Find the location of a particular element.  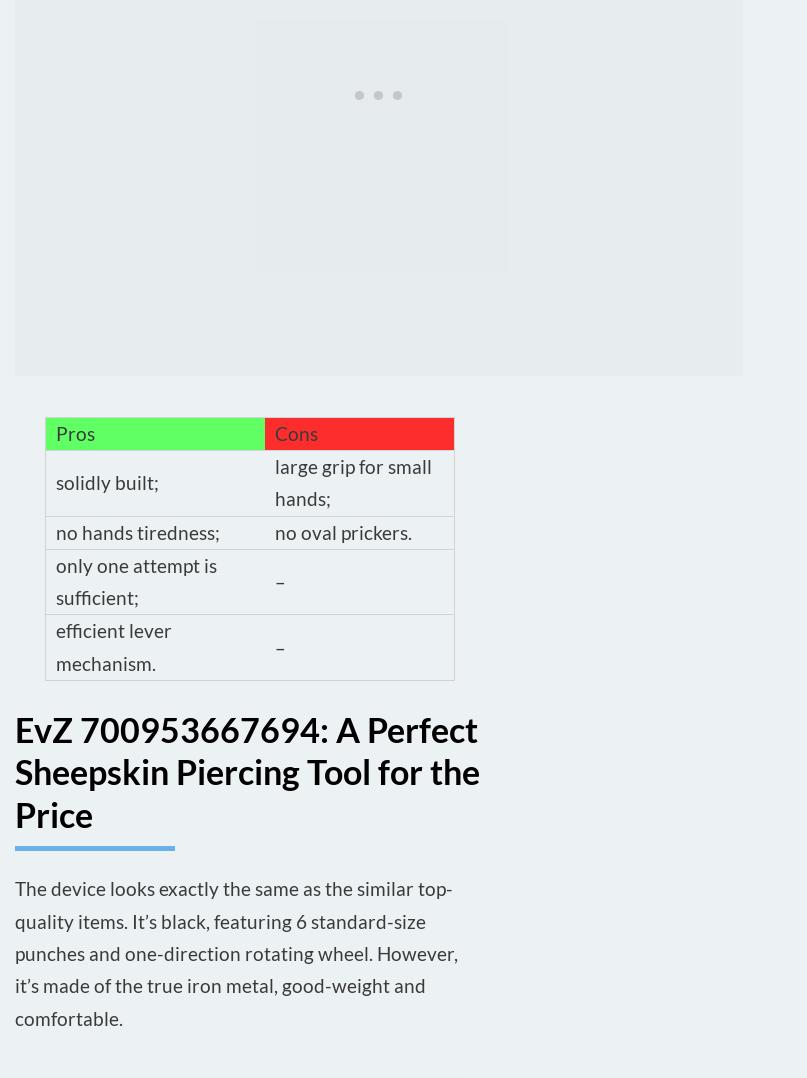

'Pros' is located at coordinates (75, 432).